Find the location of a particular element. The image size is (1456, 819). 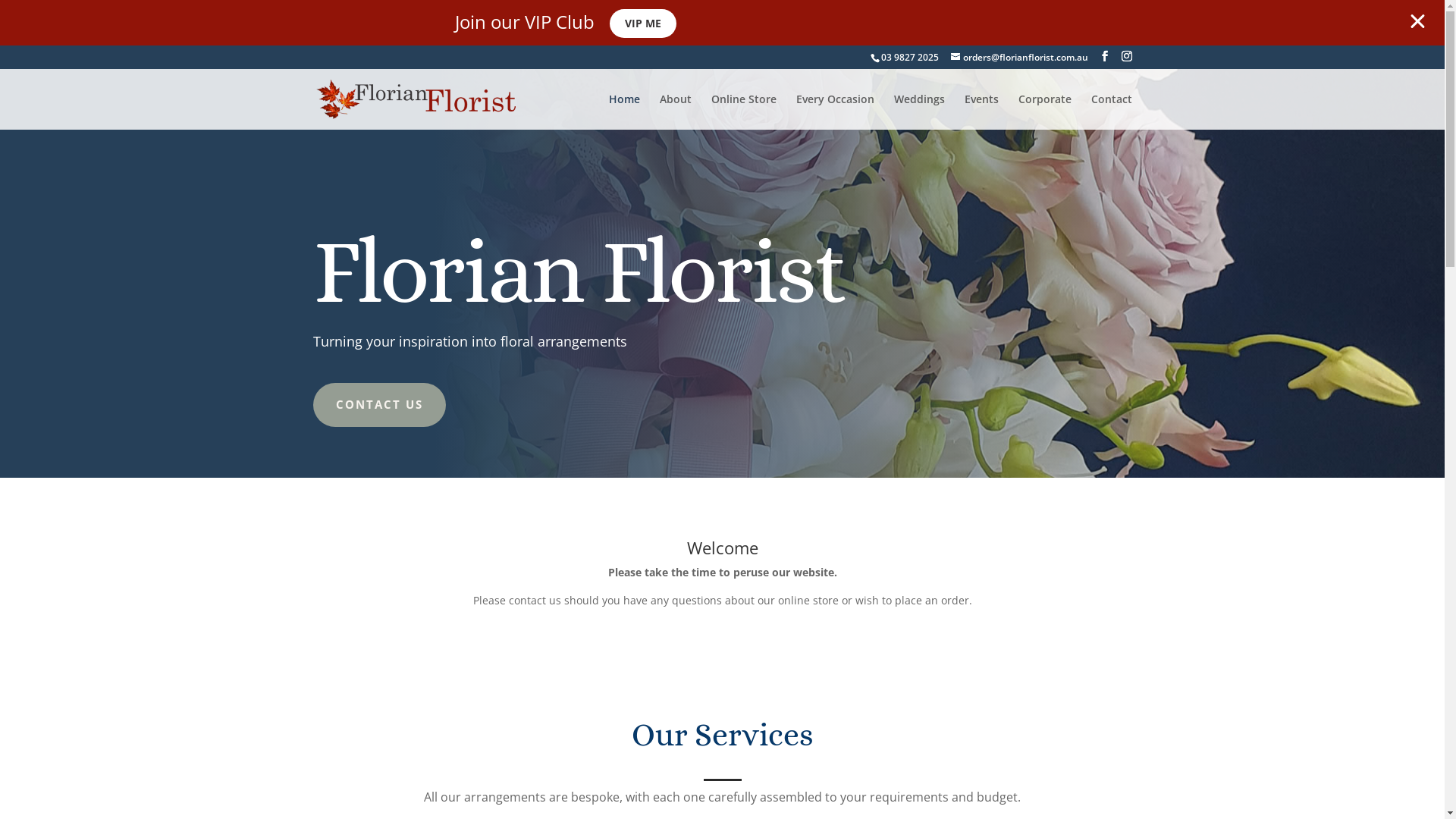

'Weddings' is located at coordinates (918, 111).